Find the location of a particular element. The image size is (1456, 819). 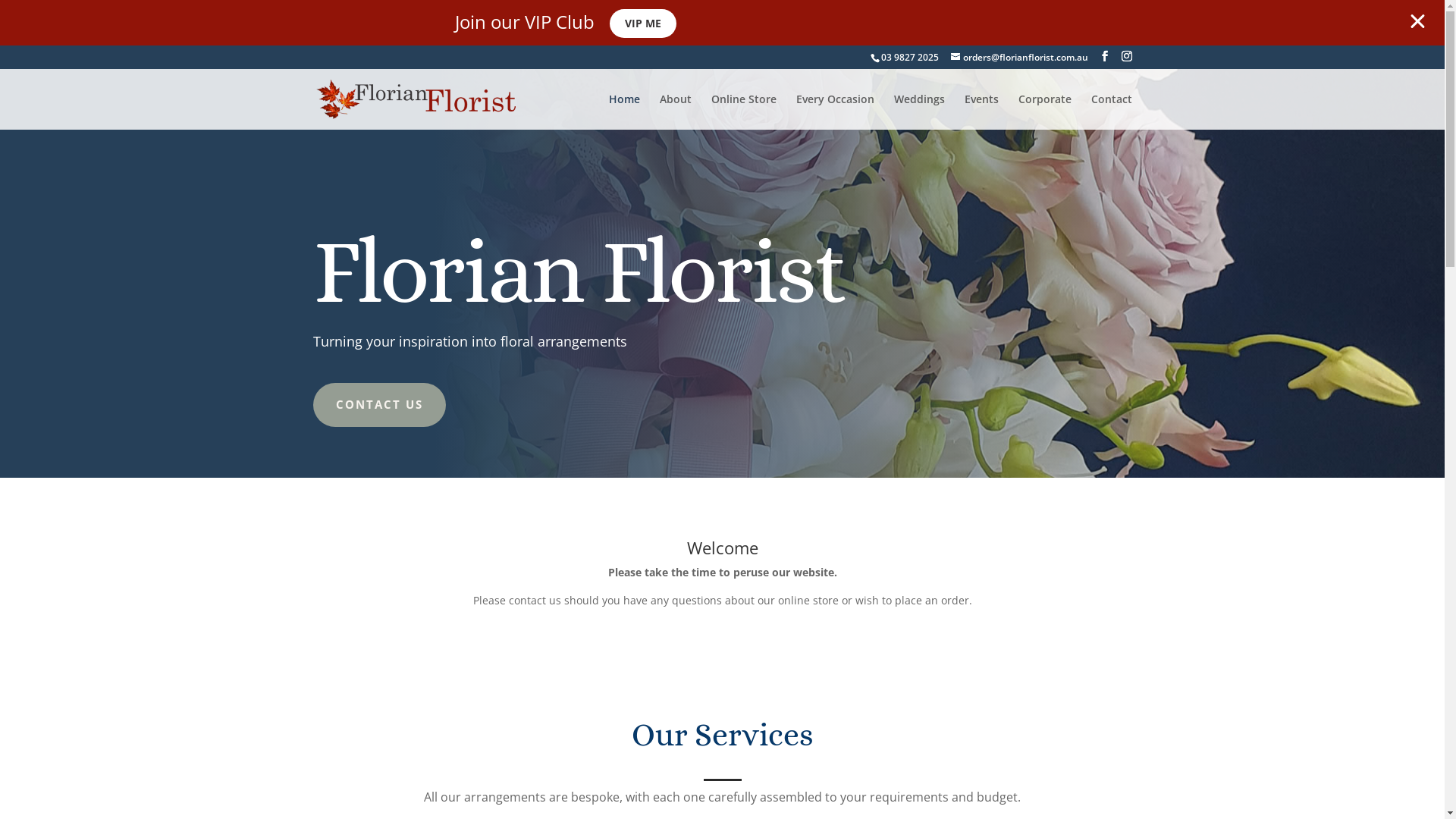

'Weddings' is located at coordinates (918, 111).